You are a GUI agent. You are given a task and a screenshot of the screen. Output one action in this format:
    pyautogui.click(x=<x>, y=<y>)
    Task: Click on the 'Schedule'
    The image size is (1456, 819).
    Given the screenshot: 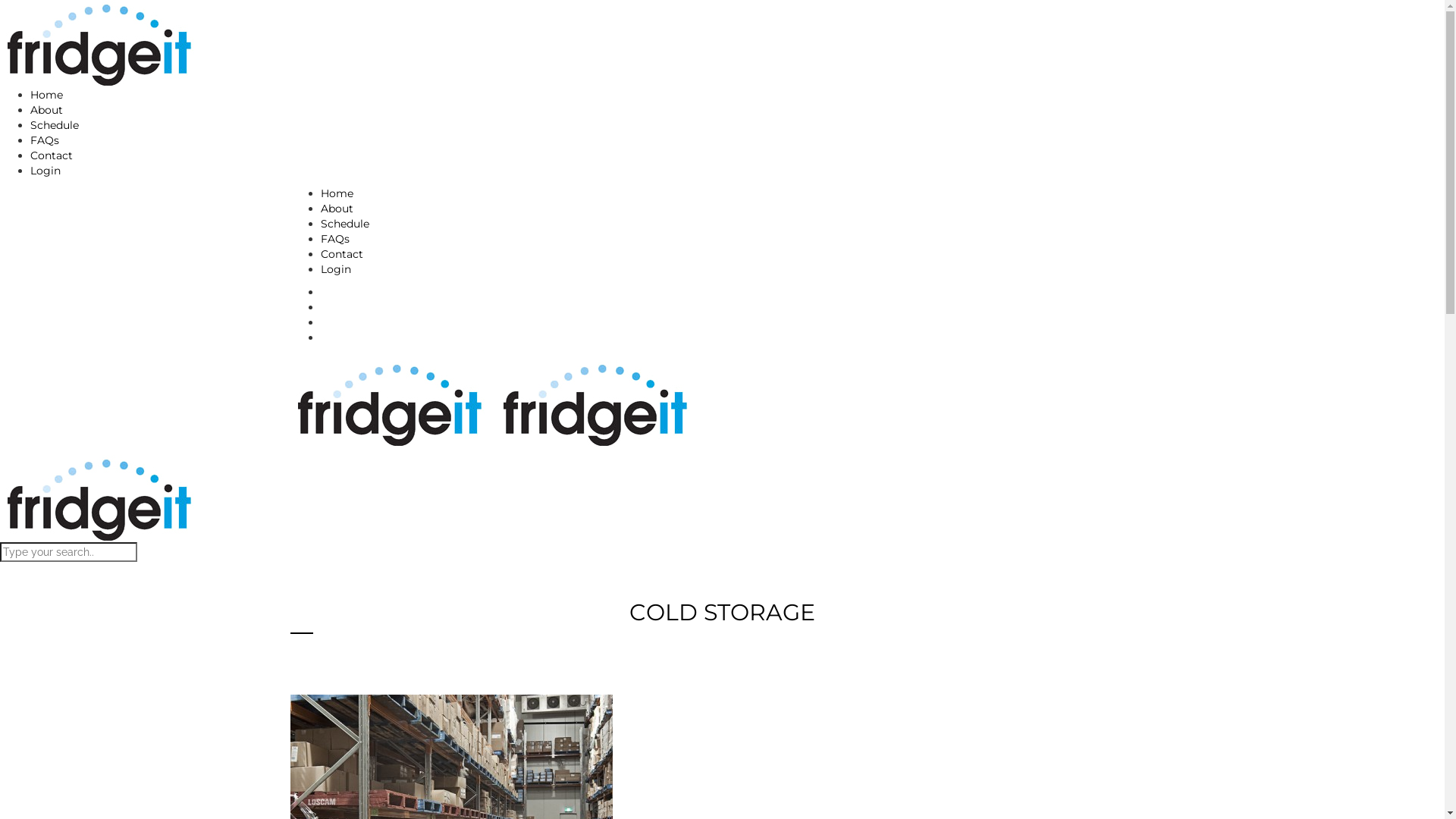 What is the action you would take?
    pyautogui.click(x=344, y=223)
    